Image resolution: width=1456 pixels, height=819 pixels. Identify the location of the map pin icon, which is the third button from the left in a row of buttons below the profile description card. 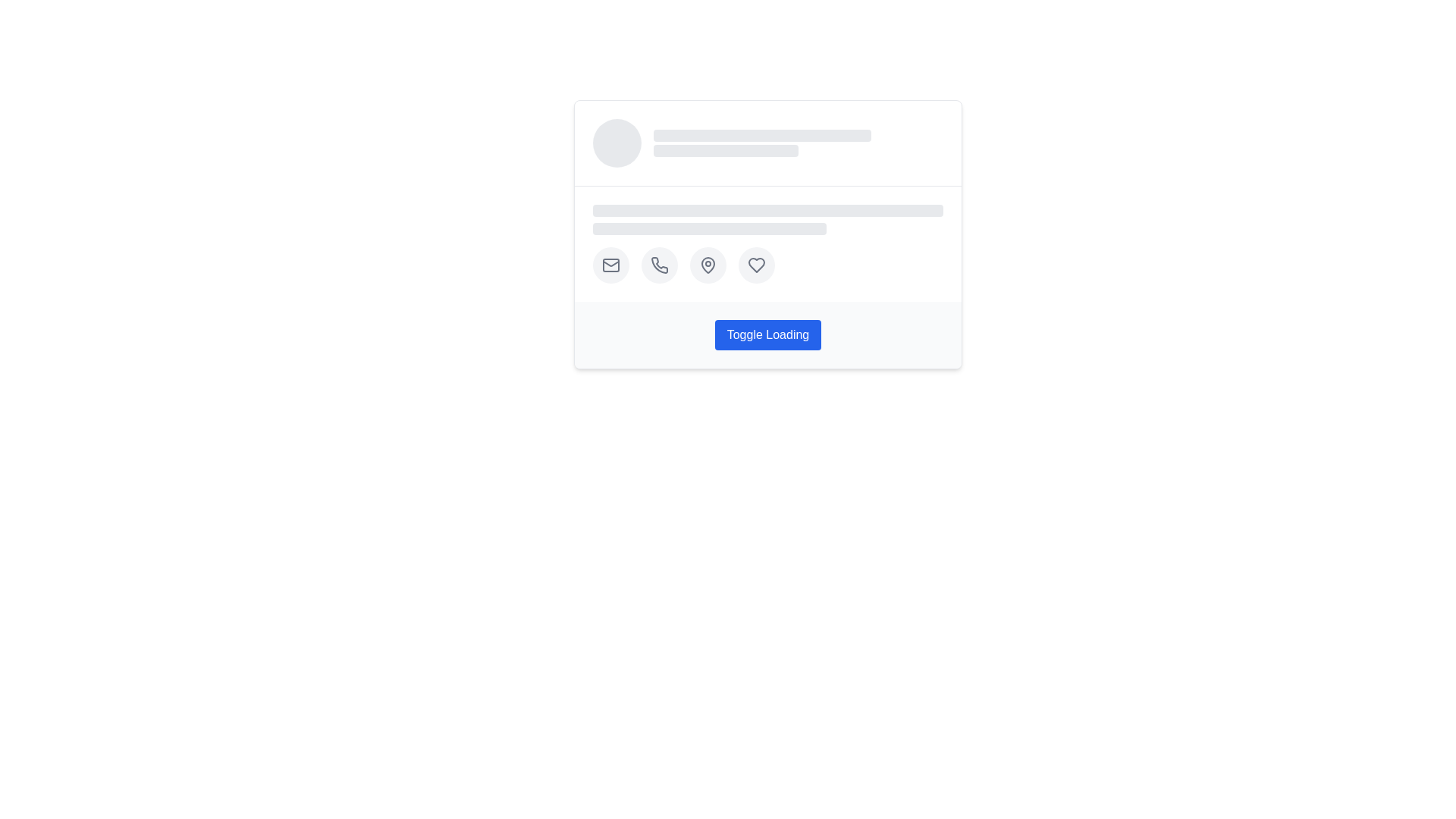
(708, 265).